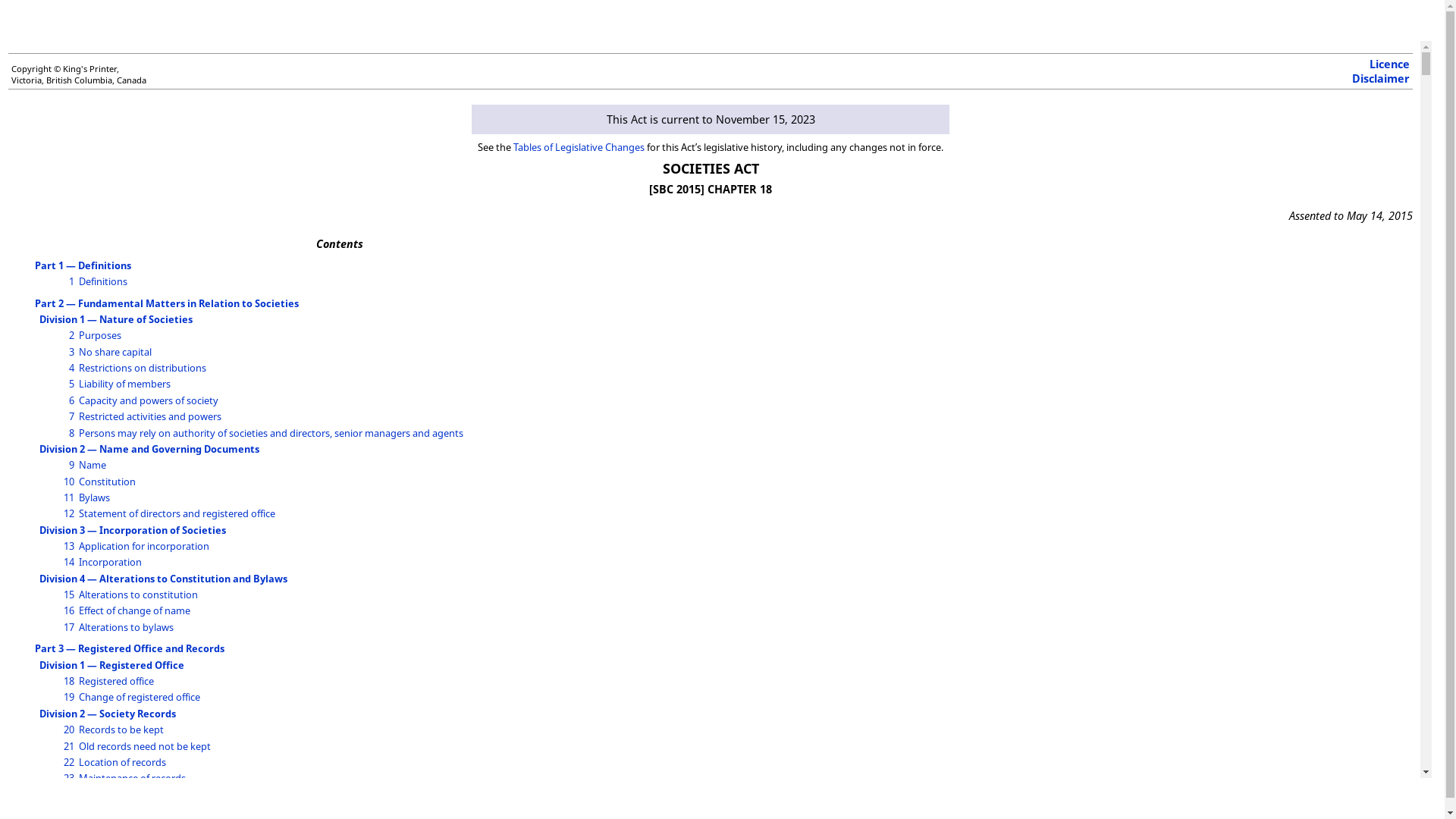 This screenshot has height=819, width=1456. I want to click on '17', so click(68, 626).